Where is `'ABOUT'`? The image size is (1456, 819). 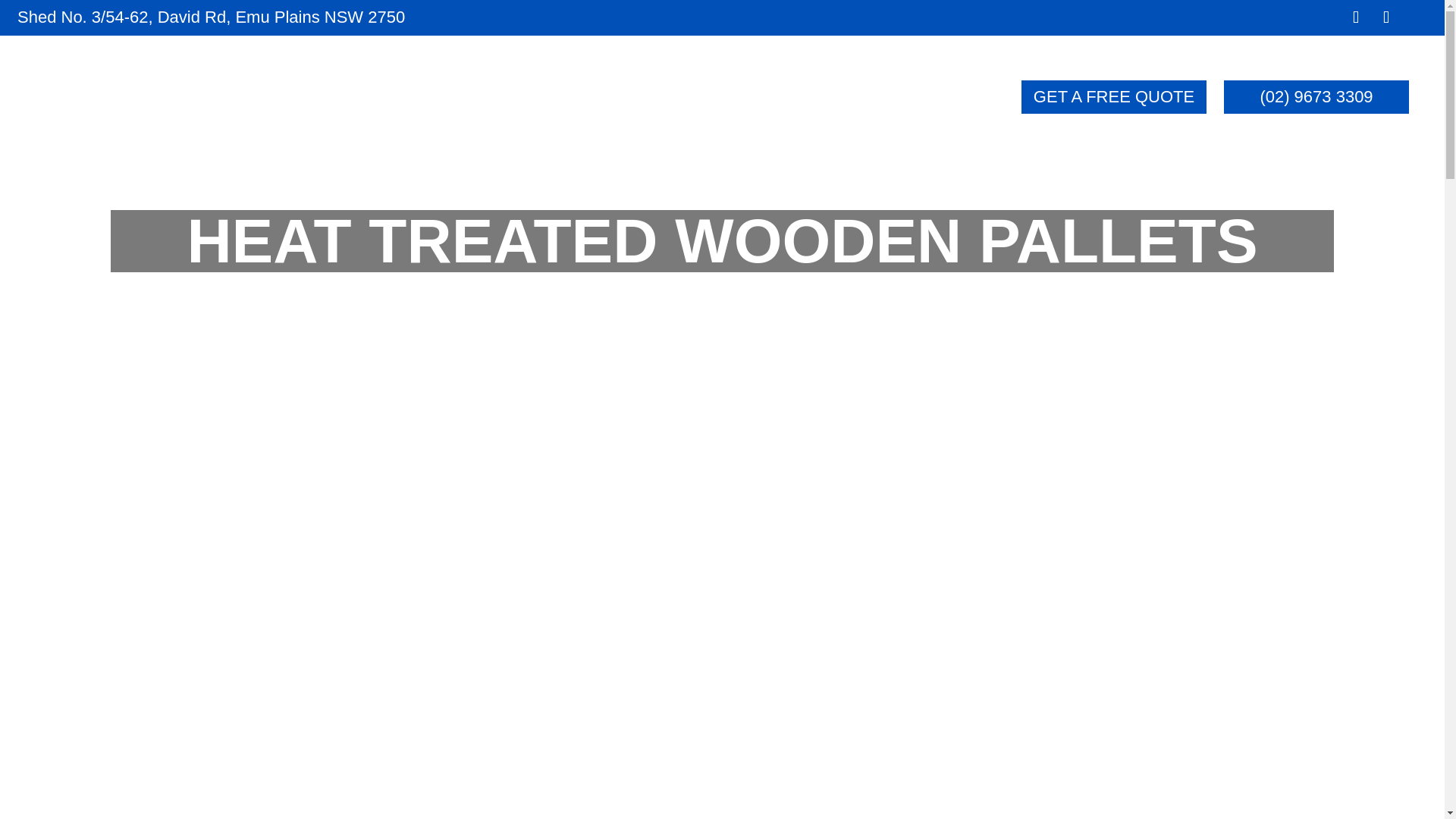 'ABOUT' is located at coordinates (450, 99).